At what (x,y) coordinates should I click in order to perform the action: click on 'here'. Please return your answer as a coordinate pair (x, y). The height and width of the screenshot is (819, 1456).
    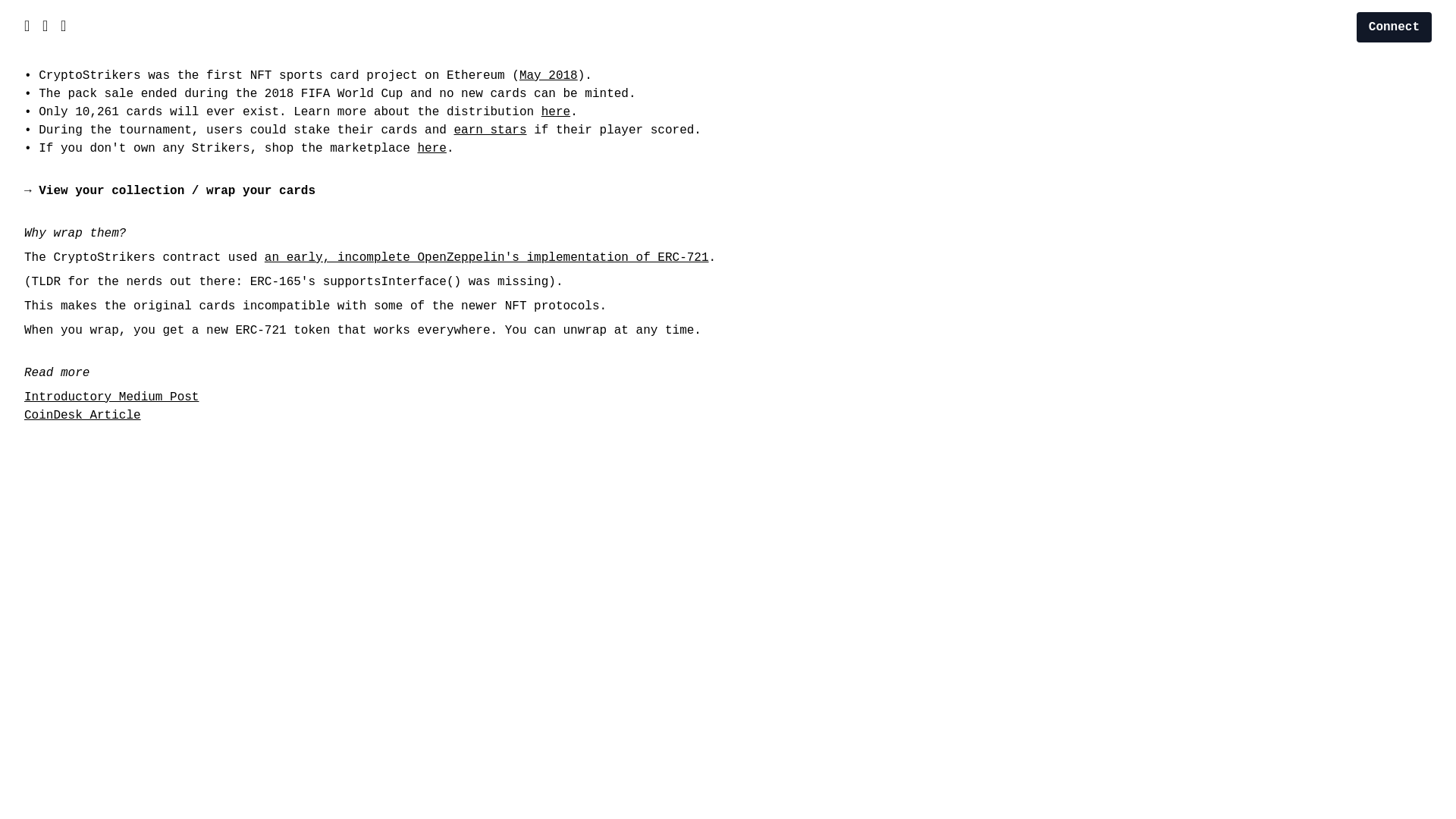
    Looking at the image, I should click on (431, 149).